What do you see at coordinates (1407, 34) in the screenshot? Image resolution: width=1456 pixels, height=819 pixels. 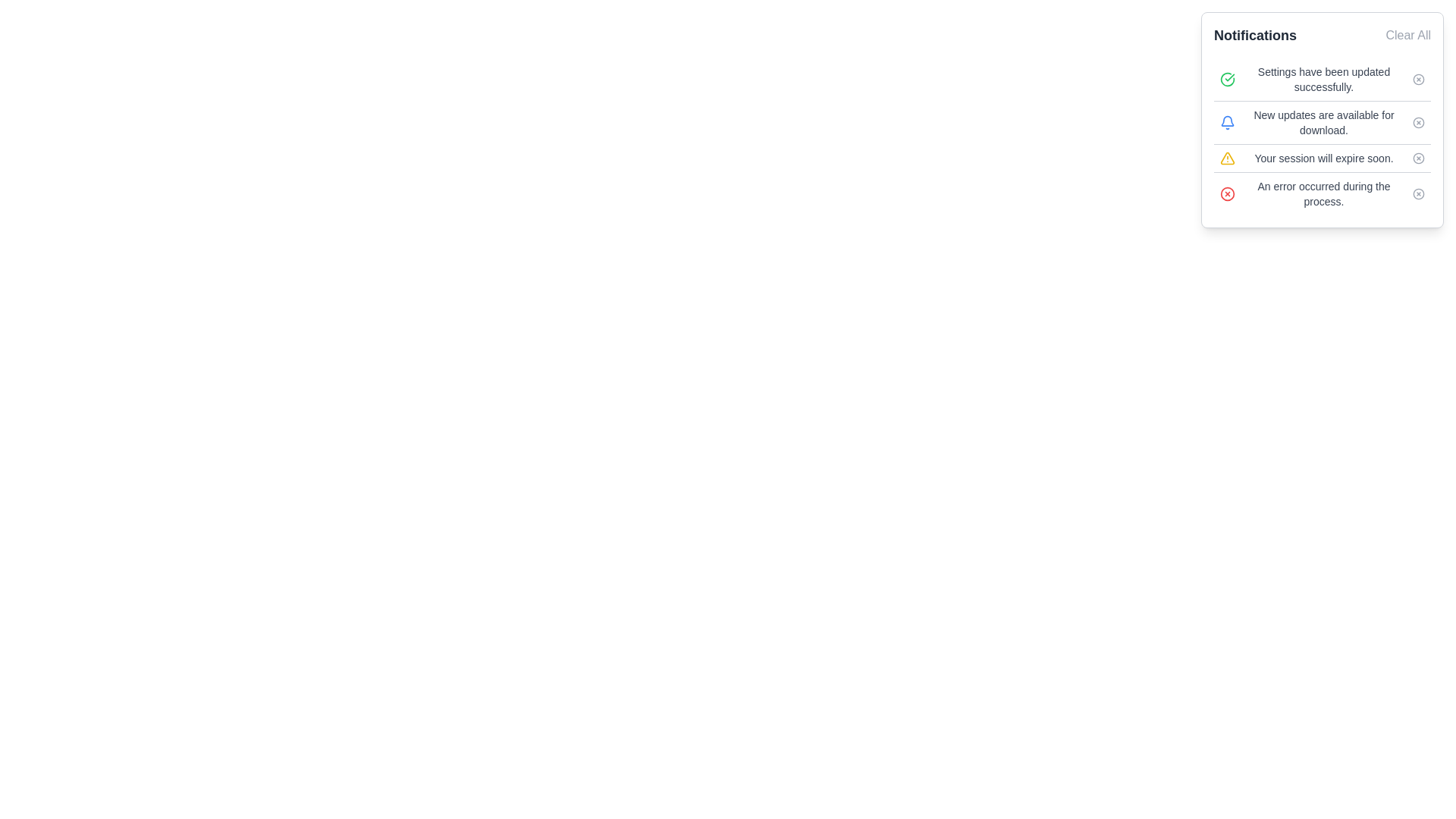 I see `the 'Clear Notifications' button located at the far right of the notifications panel to clear all listed notifications` at bounding box center [1407, 34].